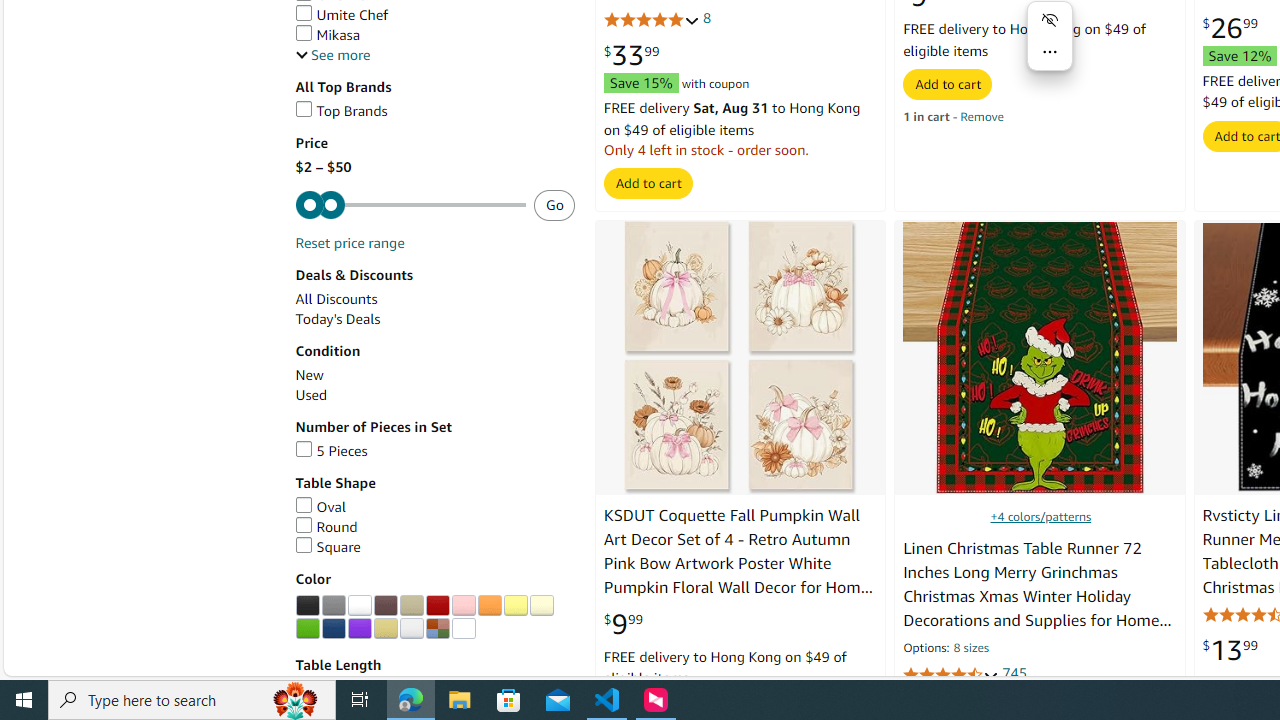 Image resolution: width=1280 pixels, height=720 pixels. I want to click on 'All Discounts', so click(433, 299).